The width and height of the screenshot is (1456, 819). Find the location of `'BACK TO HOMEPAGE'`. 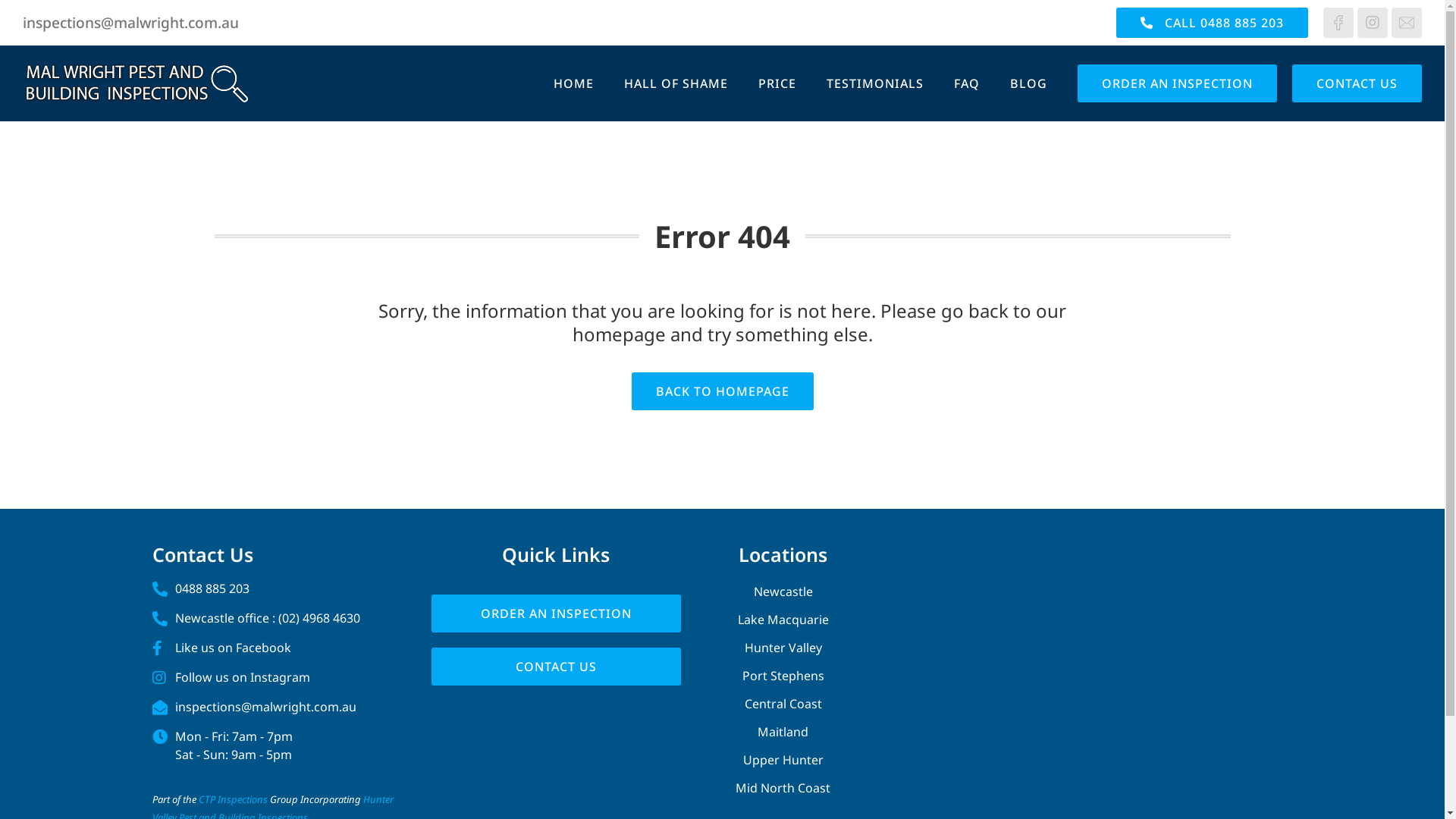

'BACK TO HOMEPAGE' is located at coordinates (720, 391).